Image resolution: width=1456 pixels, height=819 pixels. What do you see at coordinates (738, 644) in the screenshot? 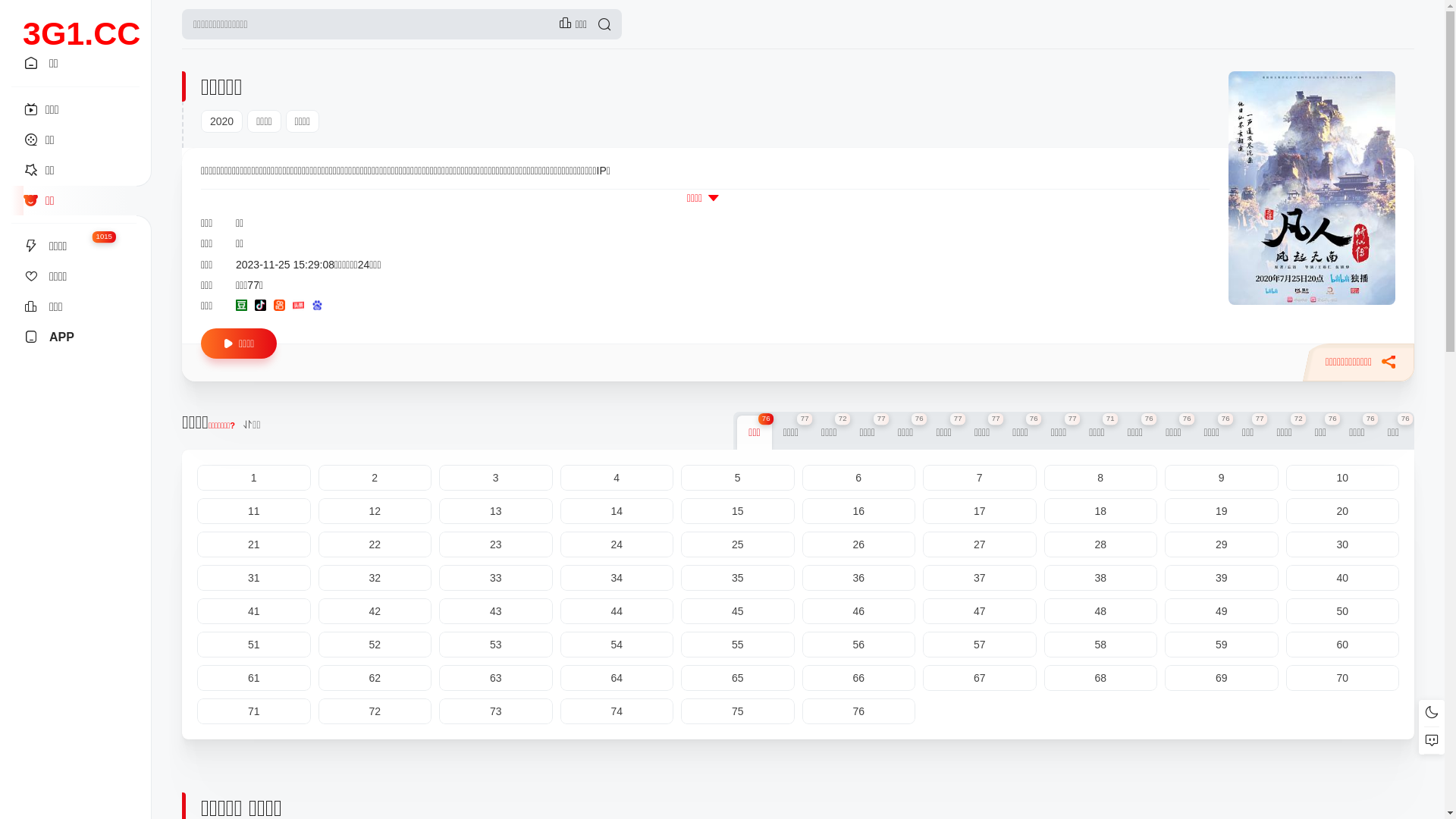
I see `'55'` at bounding box center [738, 644].